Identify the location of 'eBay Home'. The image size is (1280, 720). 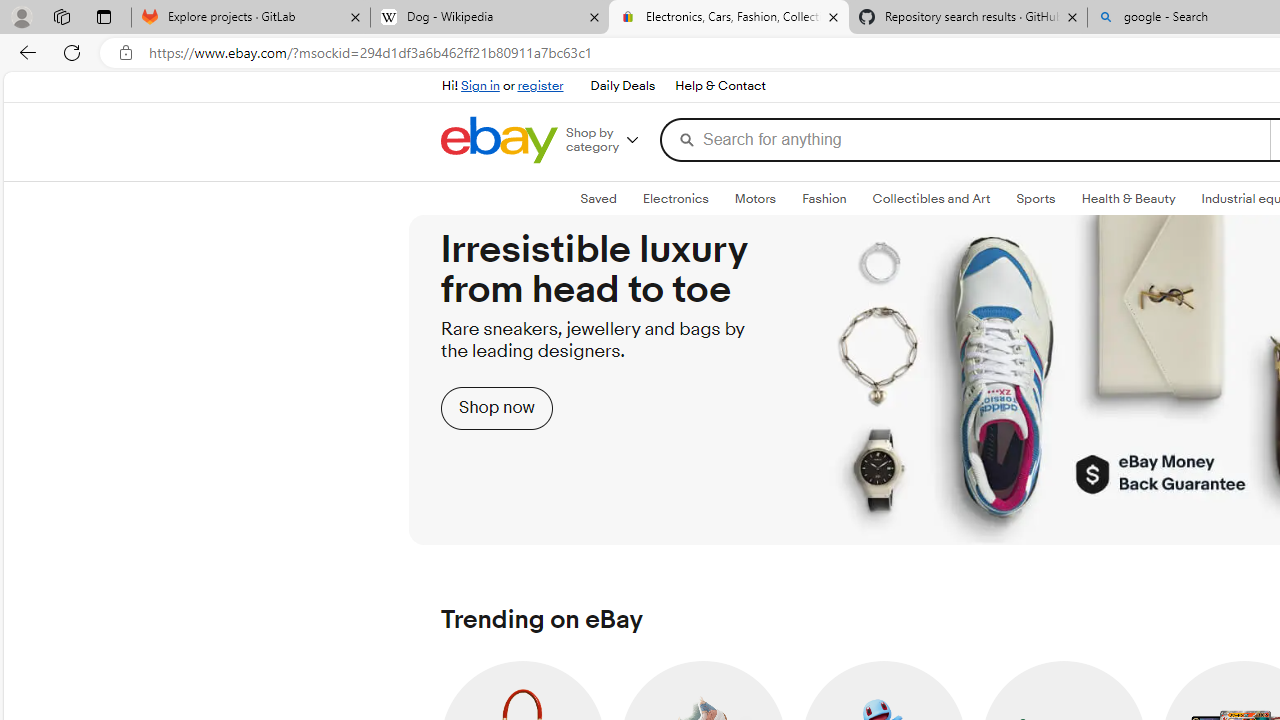
(499, 139).